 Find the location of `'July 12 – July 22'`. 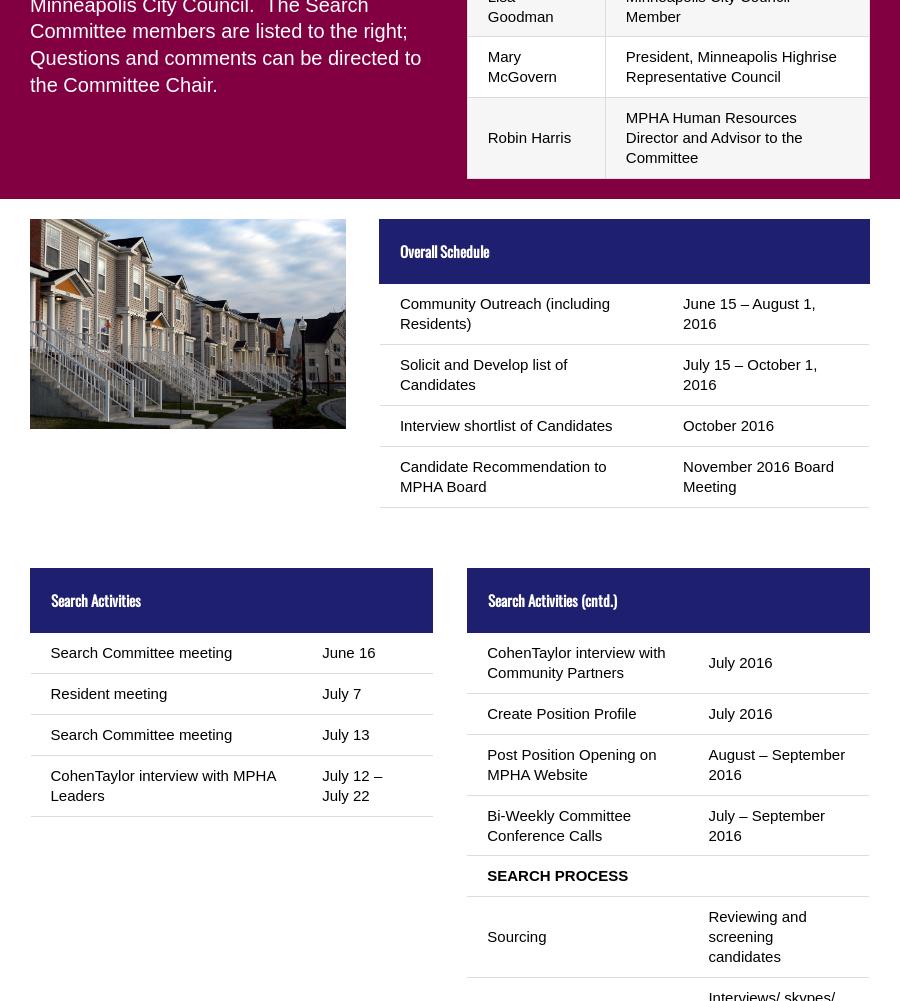

'July 12 – July 22' is located at coordinates (351, 784).